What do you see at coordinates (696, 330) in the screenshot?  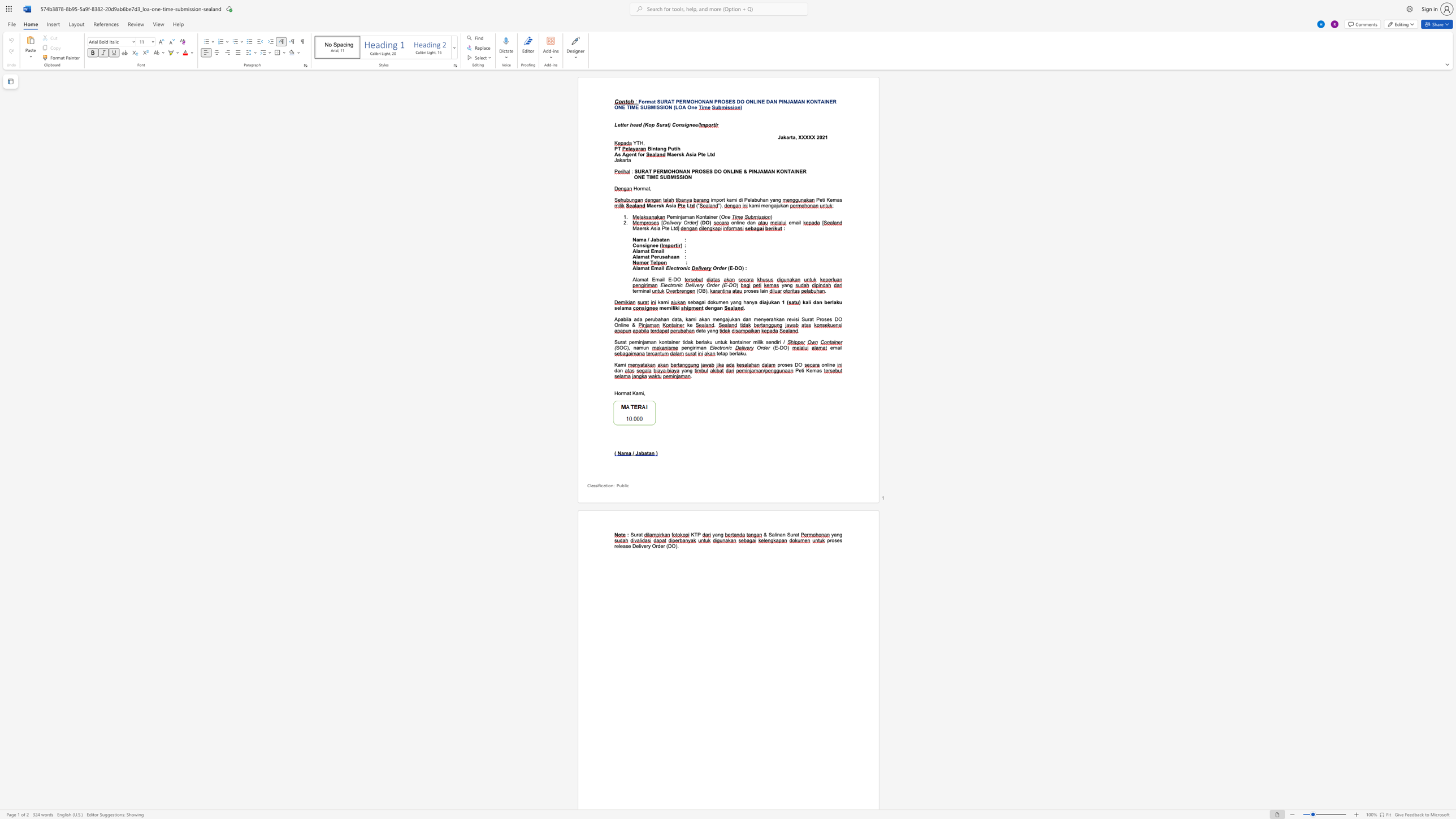 I see `the subset text "data y" within the text "data yang"` at bounding box center [696, 330].